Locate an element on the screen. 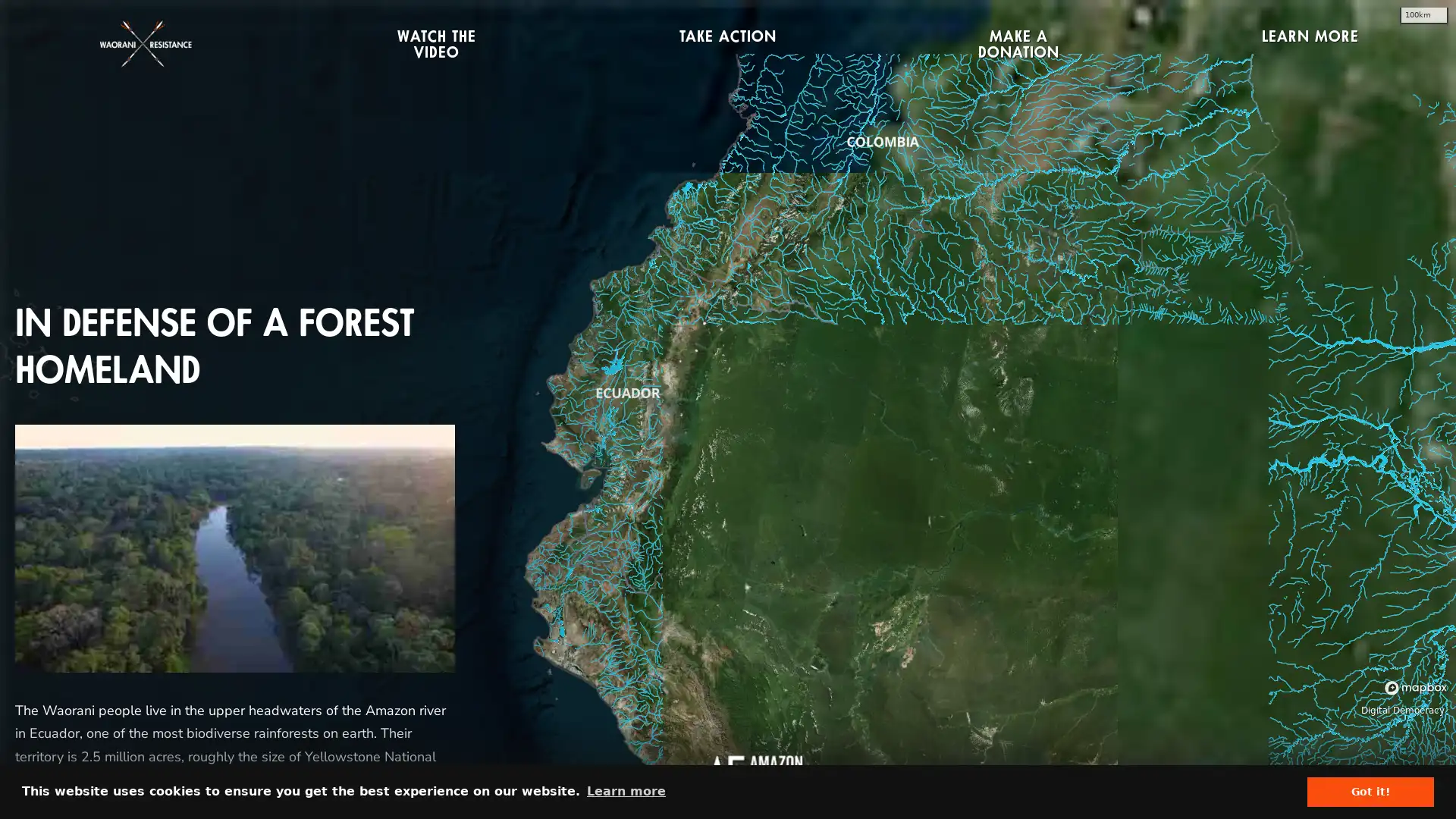 Image resolution: width=1456 pixels, height=819 pixels. learn more about cookies is located at coordinates (626, 791).